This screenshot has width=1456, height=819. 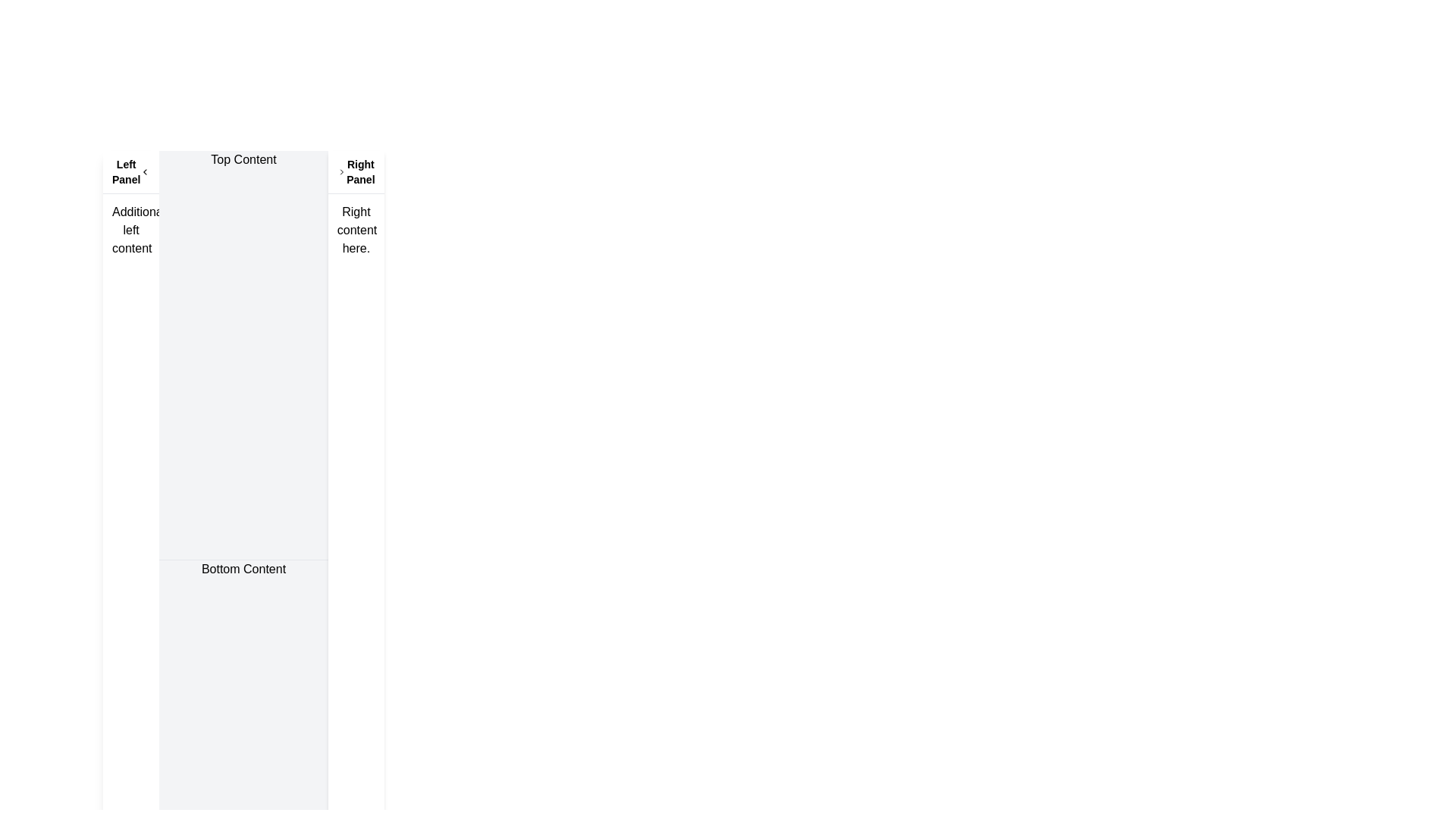 What do you see at coordinates (340, 171) in the screenshot?
I see `the Chevron icon located at the header of the 'Right Panel' section` at bounding box center [340, 171].